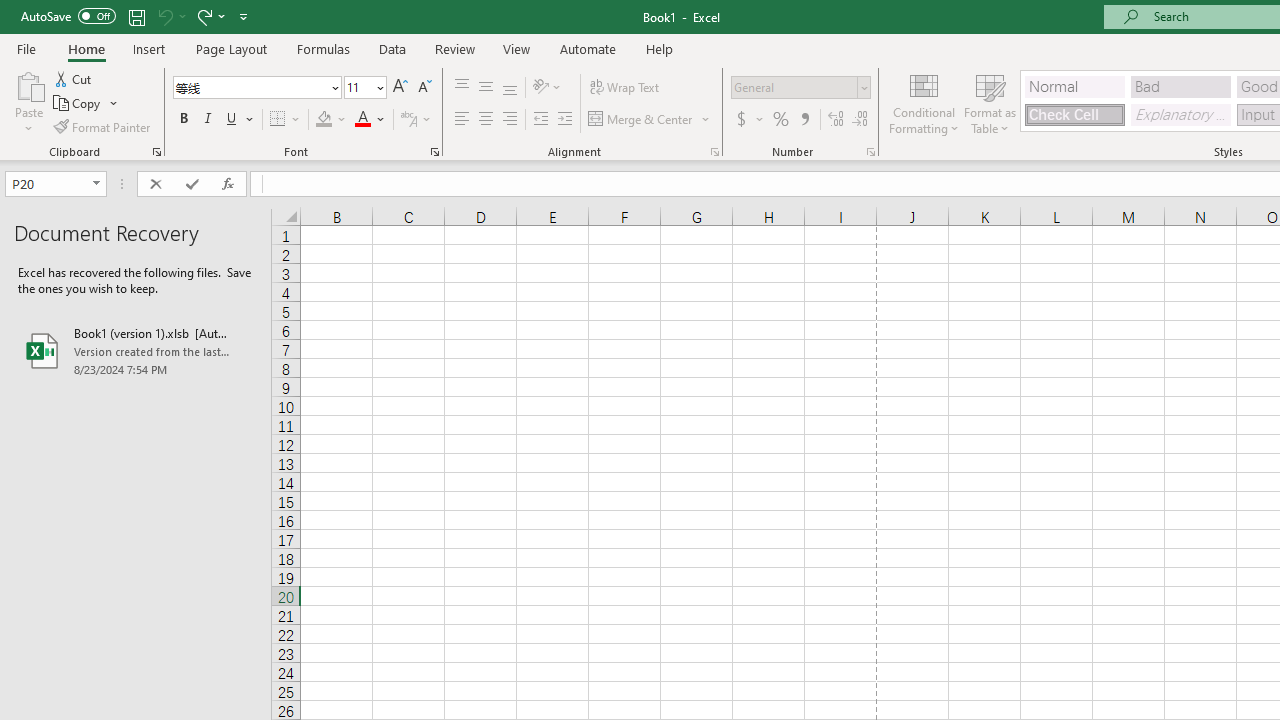 Image resolution: width=1280 pixels, height=720 pixels. What do you see at coordinates (256, 86) in the screenshot?
I see `'Font'` at bounding box center [256, 86].